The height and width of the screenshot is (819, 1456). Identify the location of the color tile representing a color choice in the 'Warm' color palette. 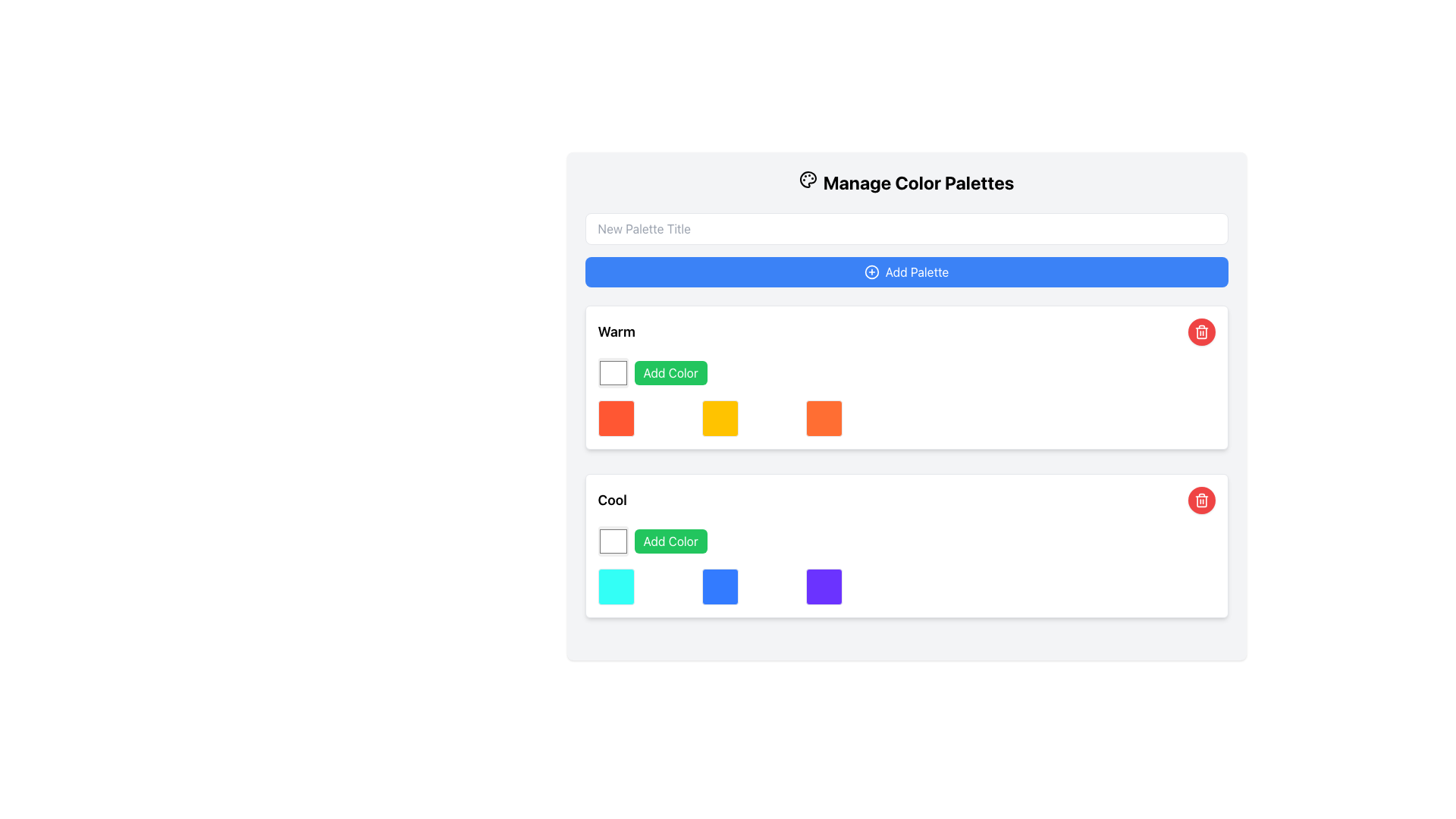
(616, 418).